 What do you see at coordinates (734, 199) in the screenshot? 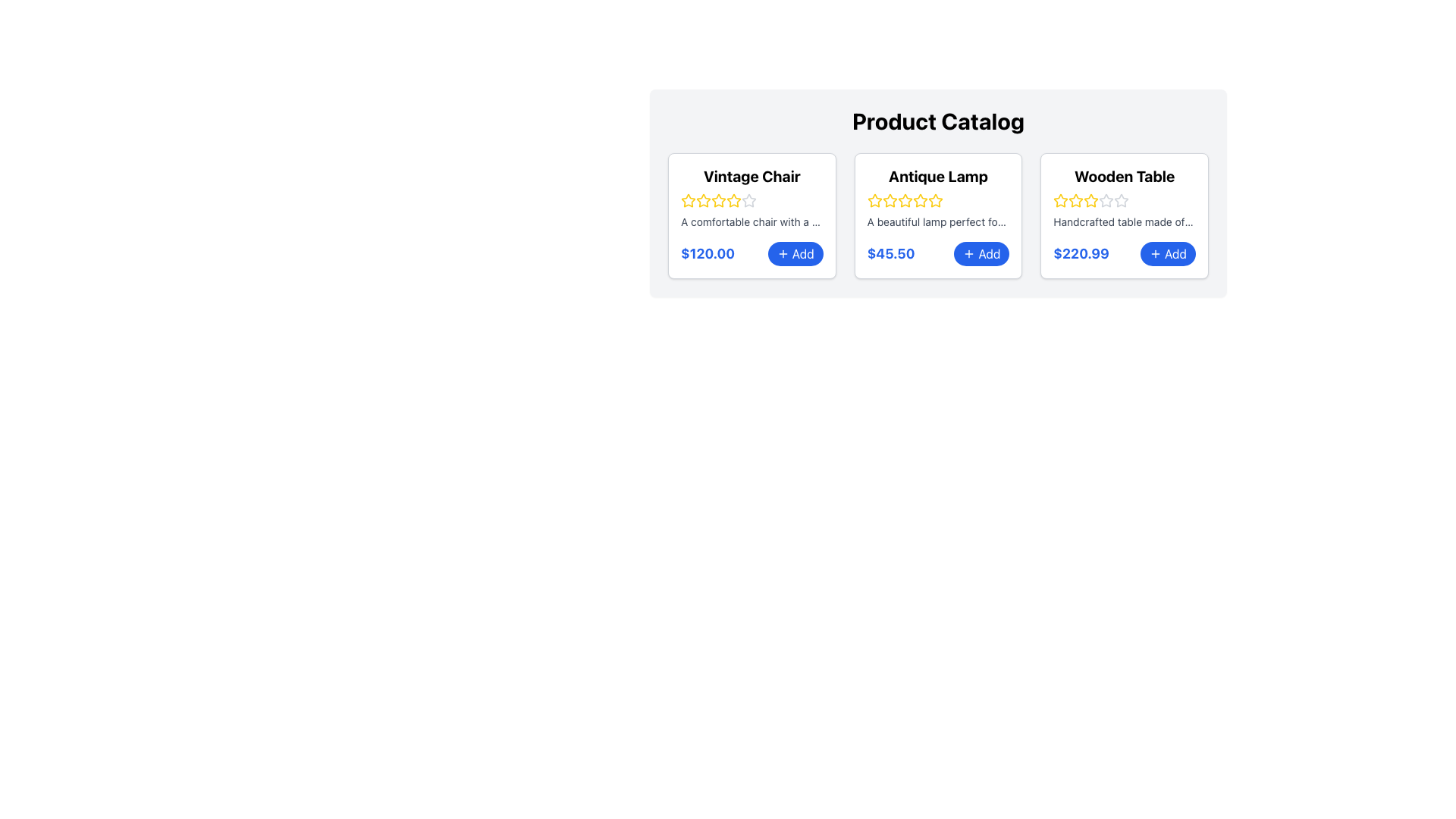
I see `the second star icon used for rating under the 'Vintage Chair' product title in the 'Product Catalog' section` at bounding box center [734, 199].